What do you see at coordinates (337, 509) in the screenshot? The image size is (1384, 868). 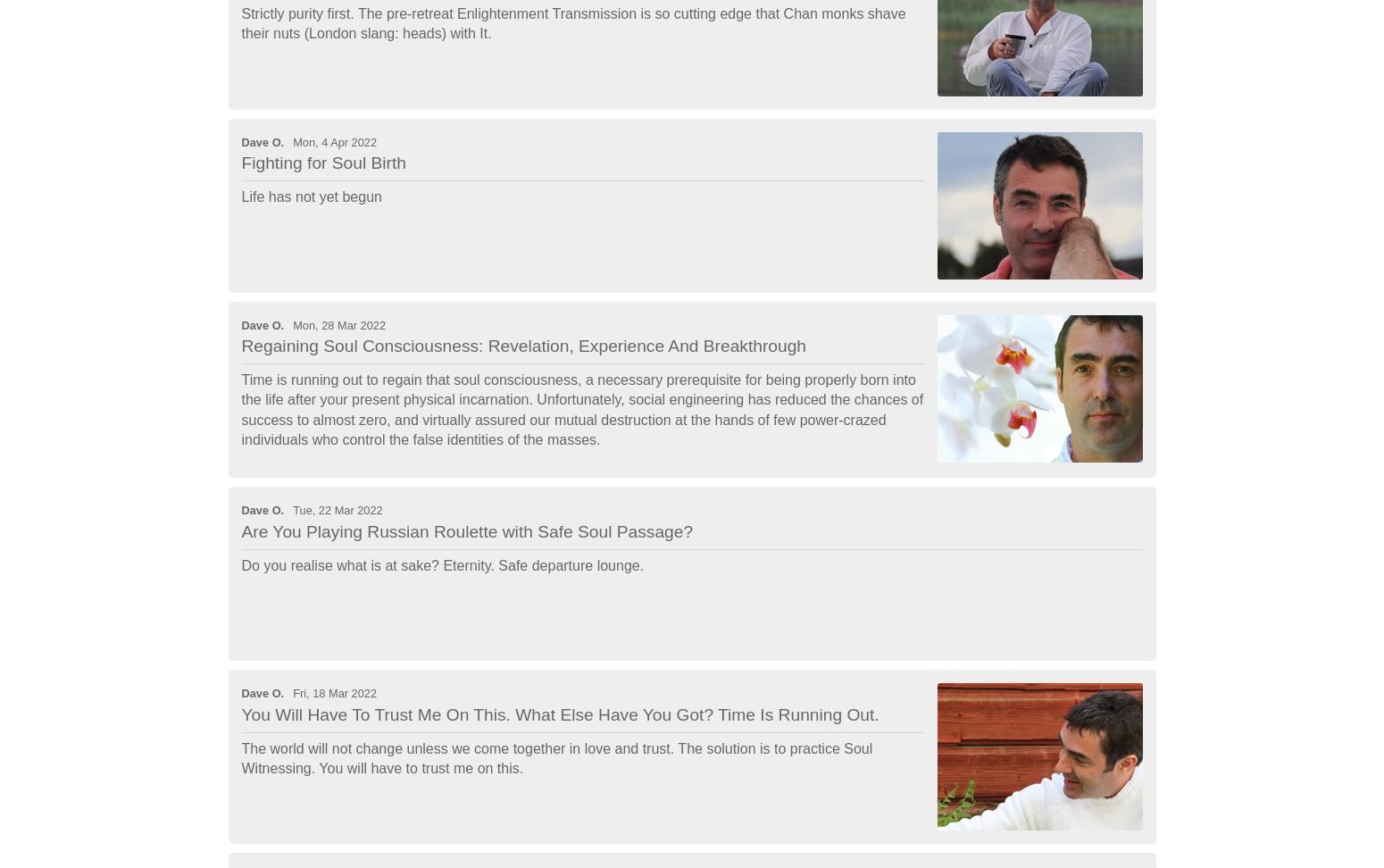 I see `'Tue, 22 Mar 2022'` at bounding box center [337, 509].